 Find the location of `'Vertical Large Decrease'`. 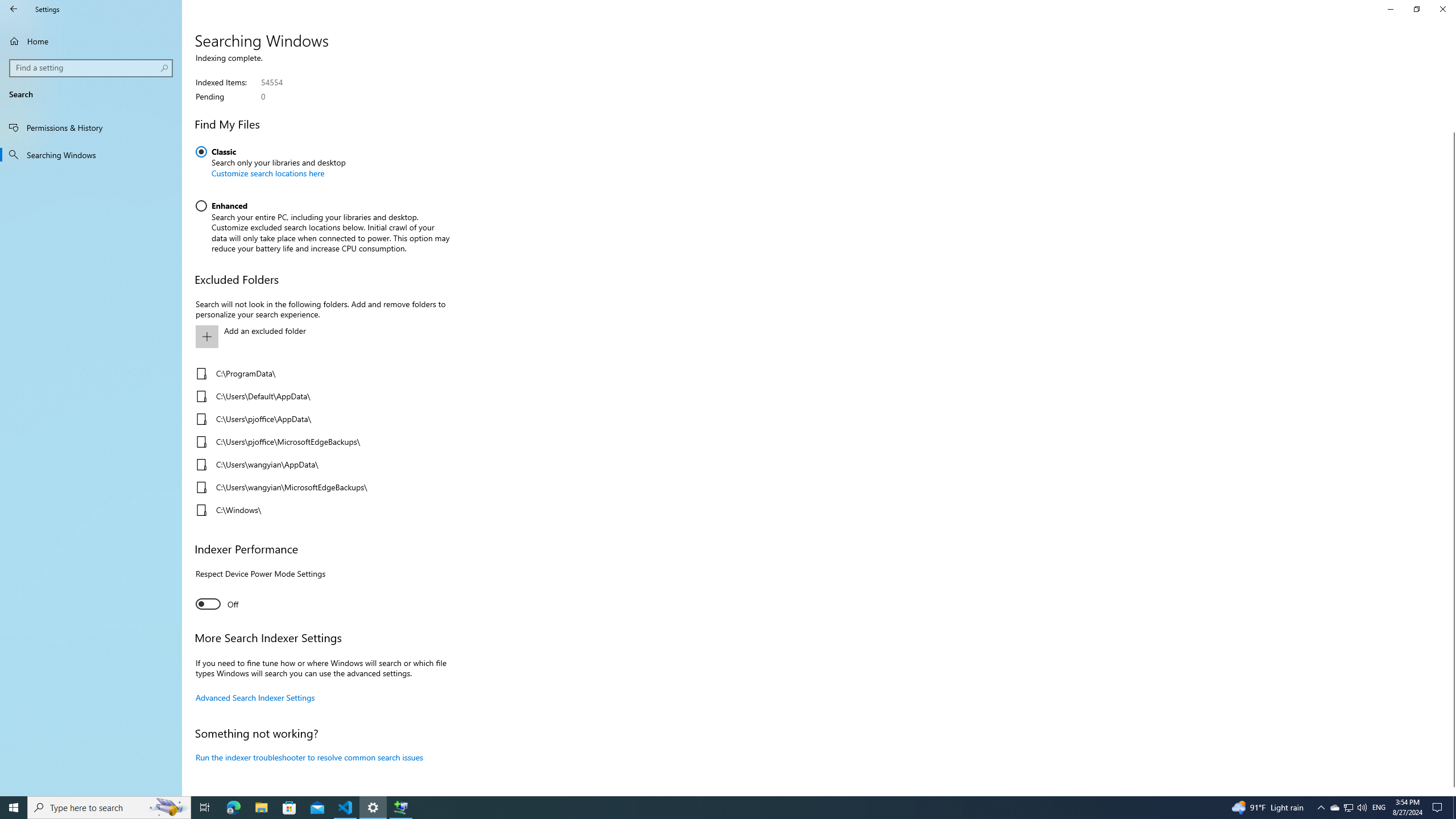

'Vertical Large Decrease' is located at coordinates (1451, 98).